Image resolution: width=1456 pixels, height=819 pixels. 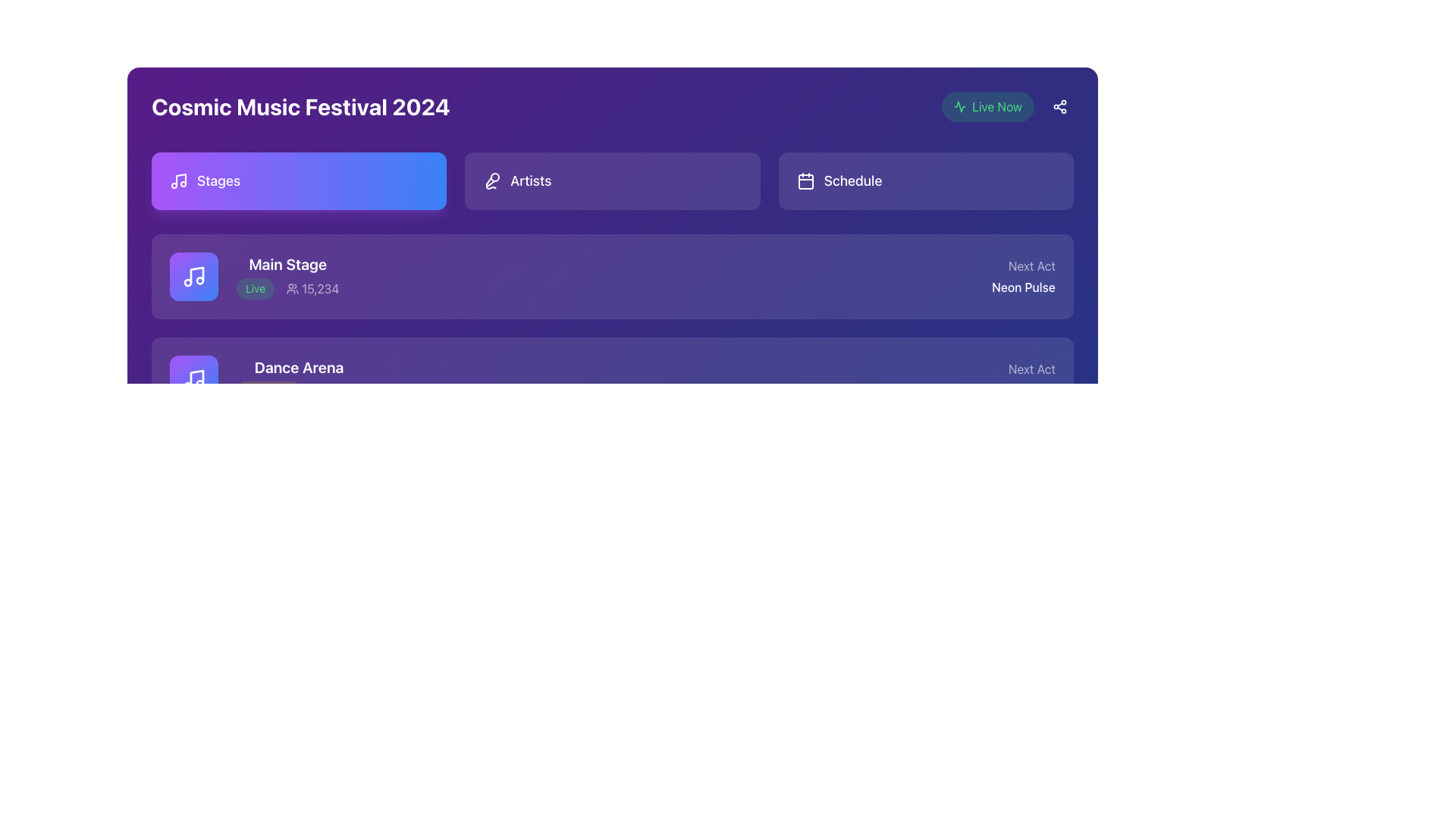 I want to click on the textual display element that shows 'Next Act' in light gray and 'Neon Pulse' in bold white, located at the top right of the 'Main Stage' section, so click(x=1024, y=277).